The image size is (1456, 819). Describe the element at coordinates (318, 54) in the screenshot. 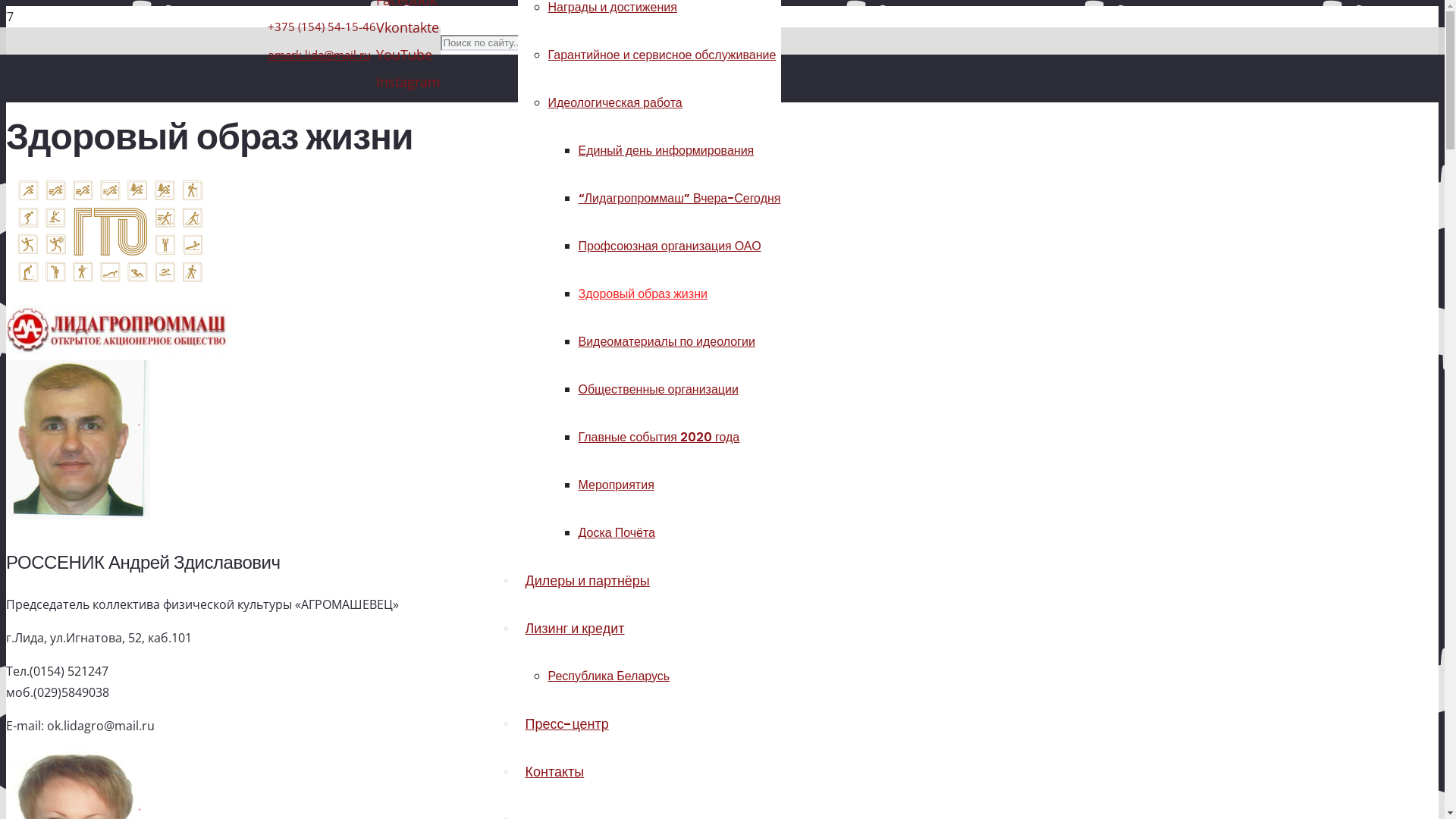

I see `'omark.lida@mail.ru'` at that location.